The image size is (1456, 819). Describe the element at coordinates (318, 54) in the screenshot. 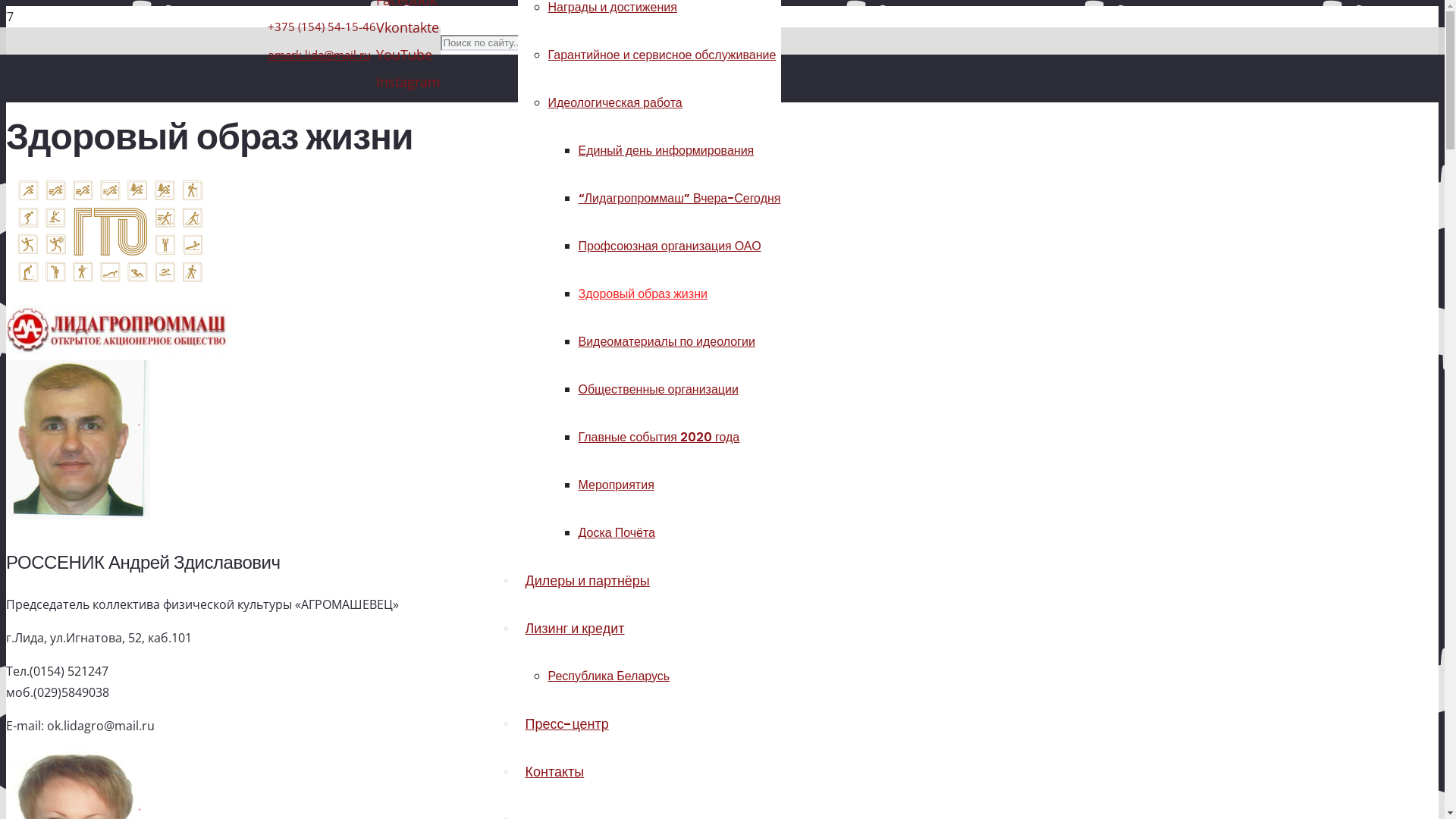

I see `'omark.lida@mail.ru'` at that location.